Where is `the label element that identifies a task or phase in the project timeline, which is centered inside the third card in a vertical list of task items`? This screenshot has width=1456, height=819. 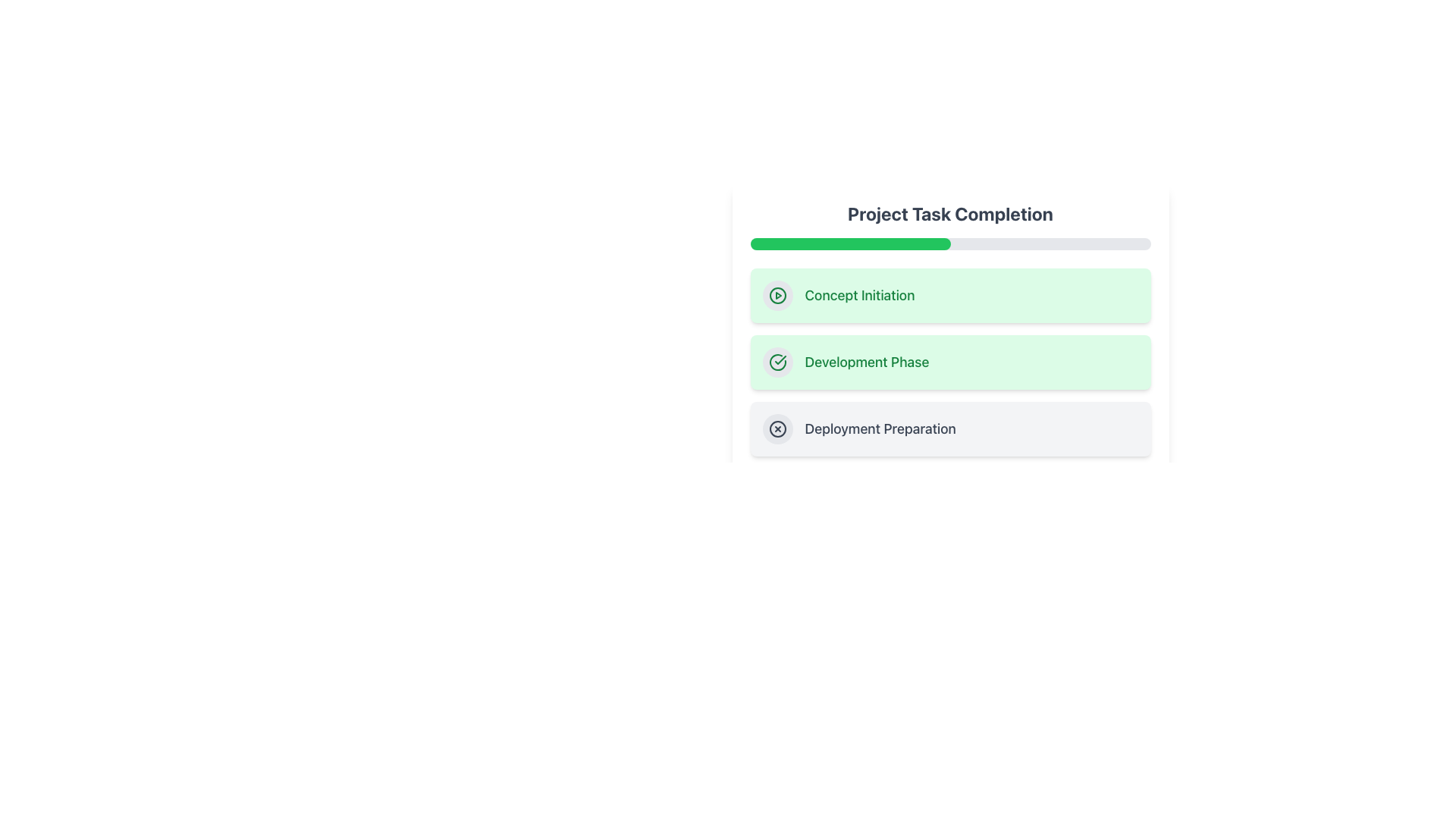
the label element that identifies a task or phase in the project timeline, which is centered inside the third card in a vertical list of task items is located at coordinates (880, 429).